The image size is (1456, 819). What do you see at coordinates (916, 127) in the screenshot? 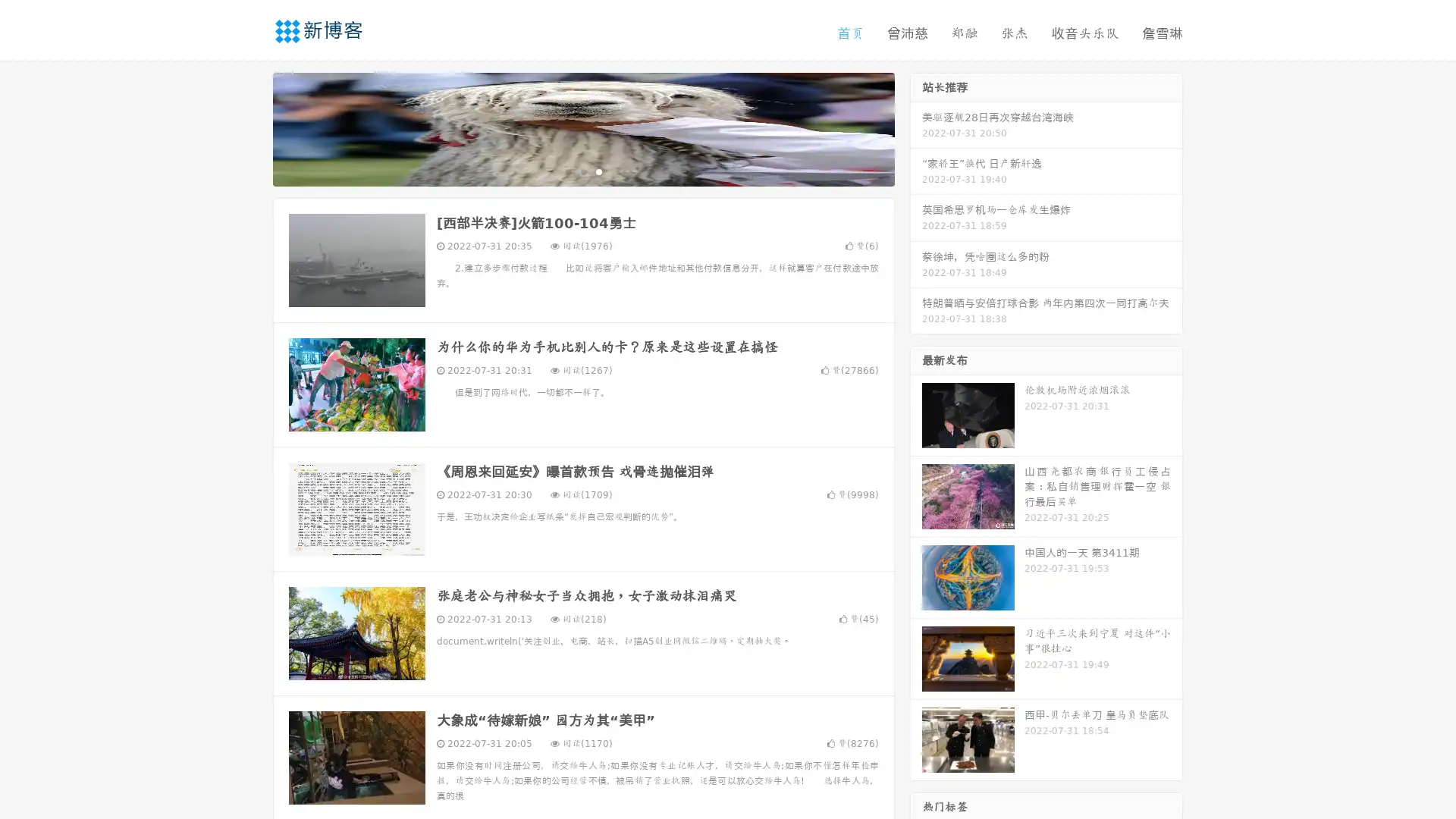
I see `Next slide` at bounding box center [916, 127].